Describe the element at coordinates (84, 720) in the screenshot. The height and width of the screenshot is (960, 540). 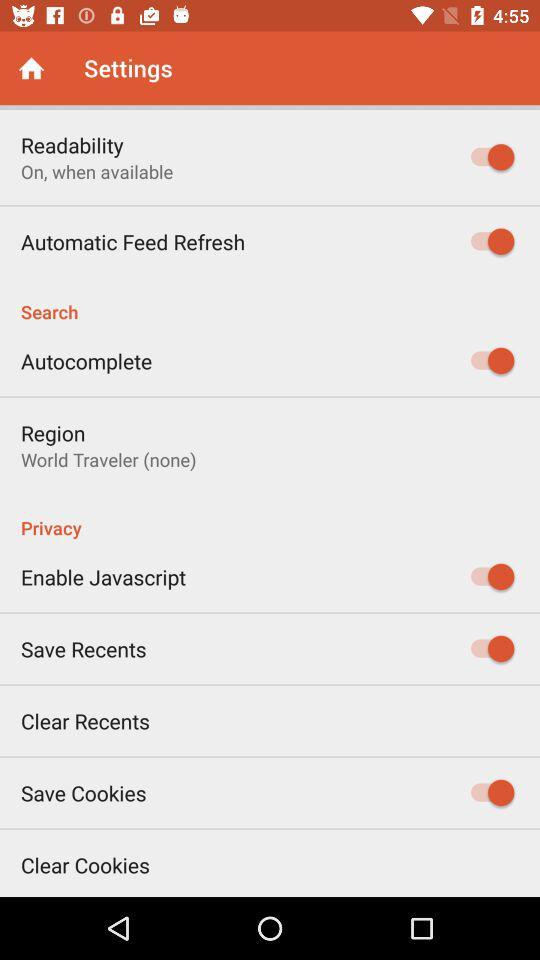
I see `the icon above the save cookies item` at that location.